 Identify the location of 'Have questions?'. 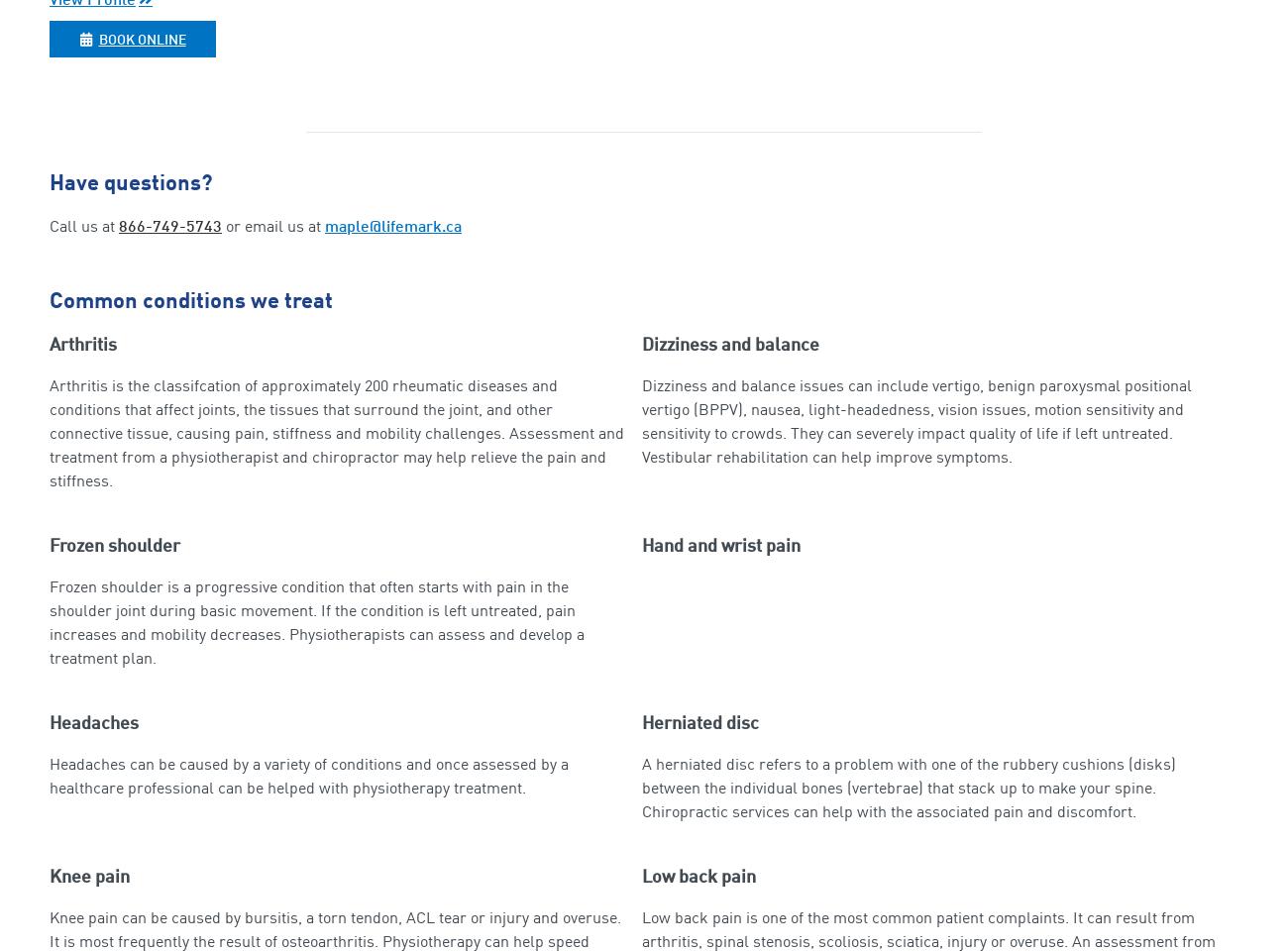
(130, 182).